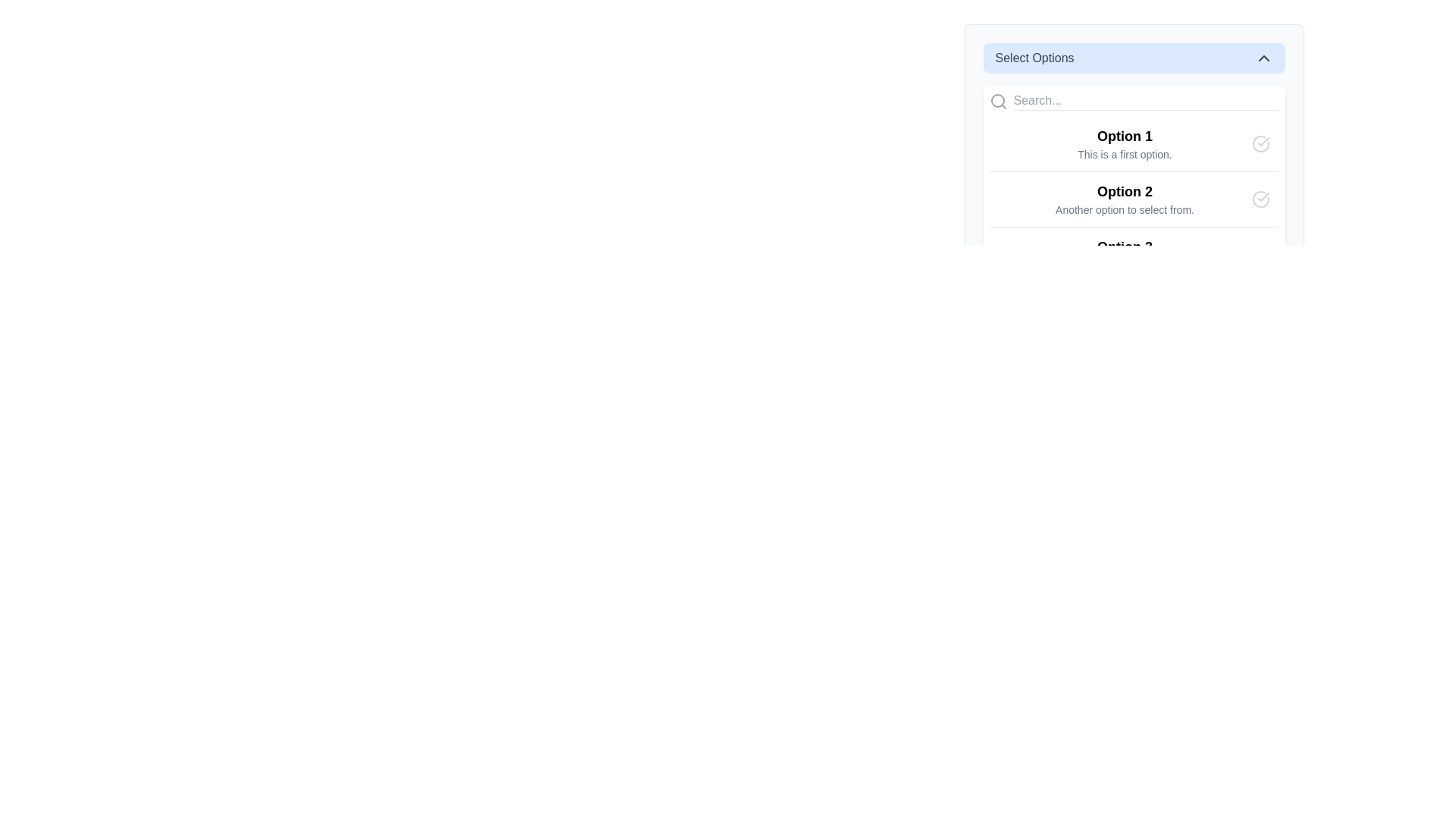  I want to click on the Chevron icon at the far-right end of the 'Select Options' button, so click(1263, 58).